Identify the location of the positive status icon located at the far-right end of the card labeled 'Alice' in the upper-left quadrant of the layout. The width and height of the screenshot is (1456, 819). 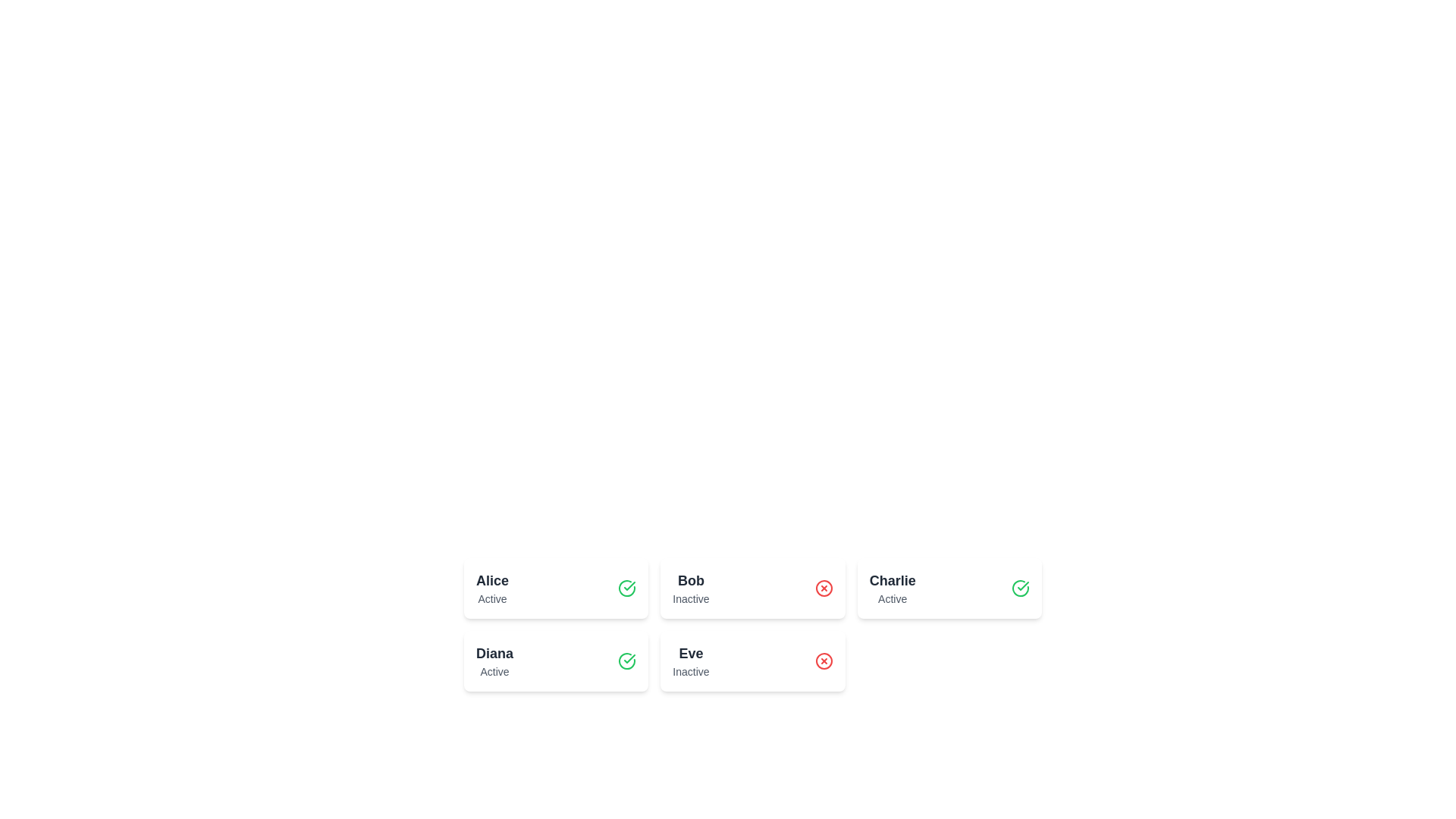
(627, 587).